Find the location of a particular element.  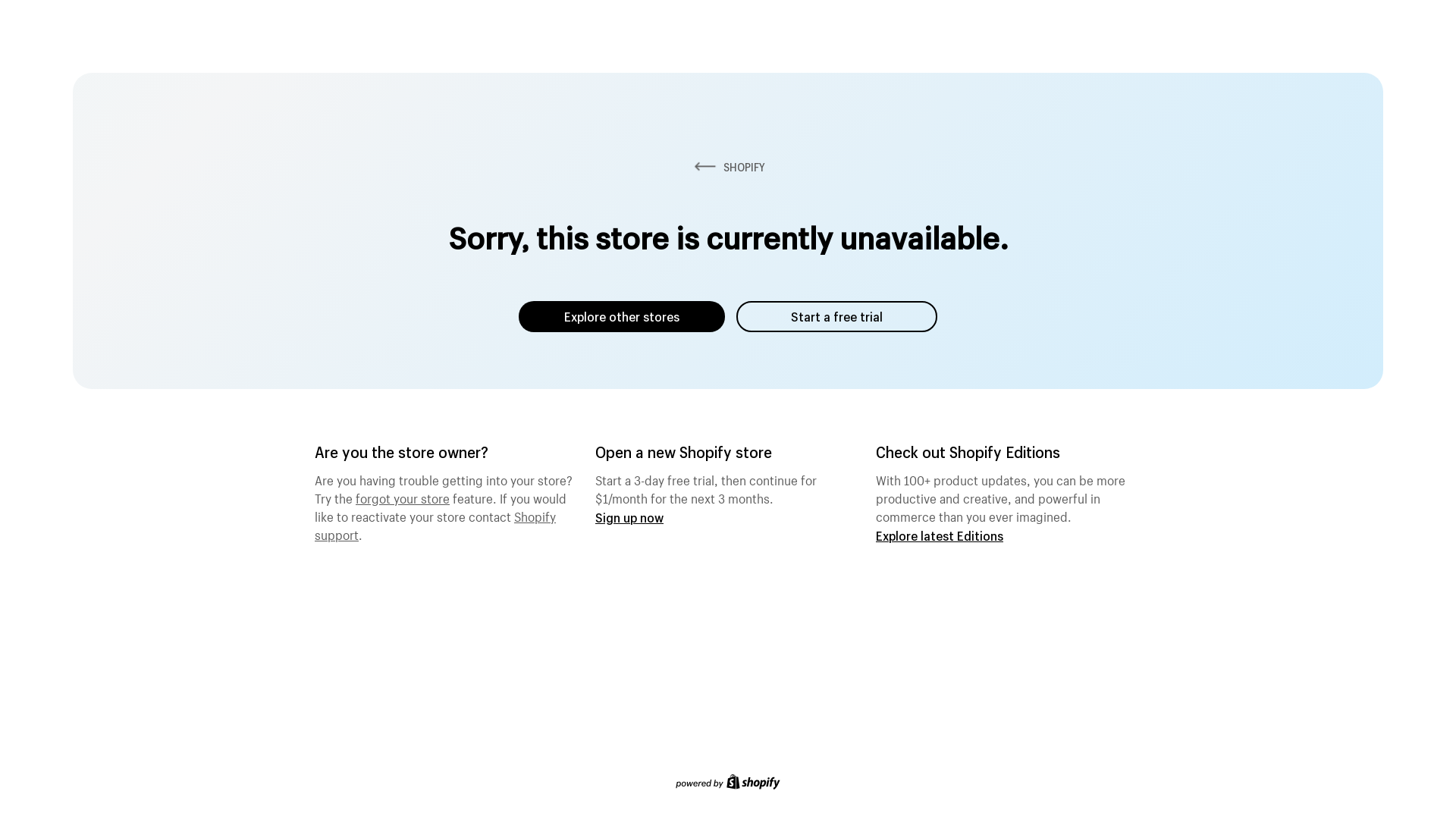

'Explore other stores' is located at coordinates (622, 315).